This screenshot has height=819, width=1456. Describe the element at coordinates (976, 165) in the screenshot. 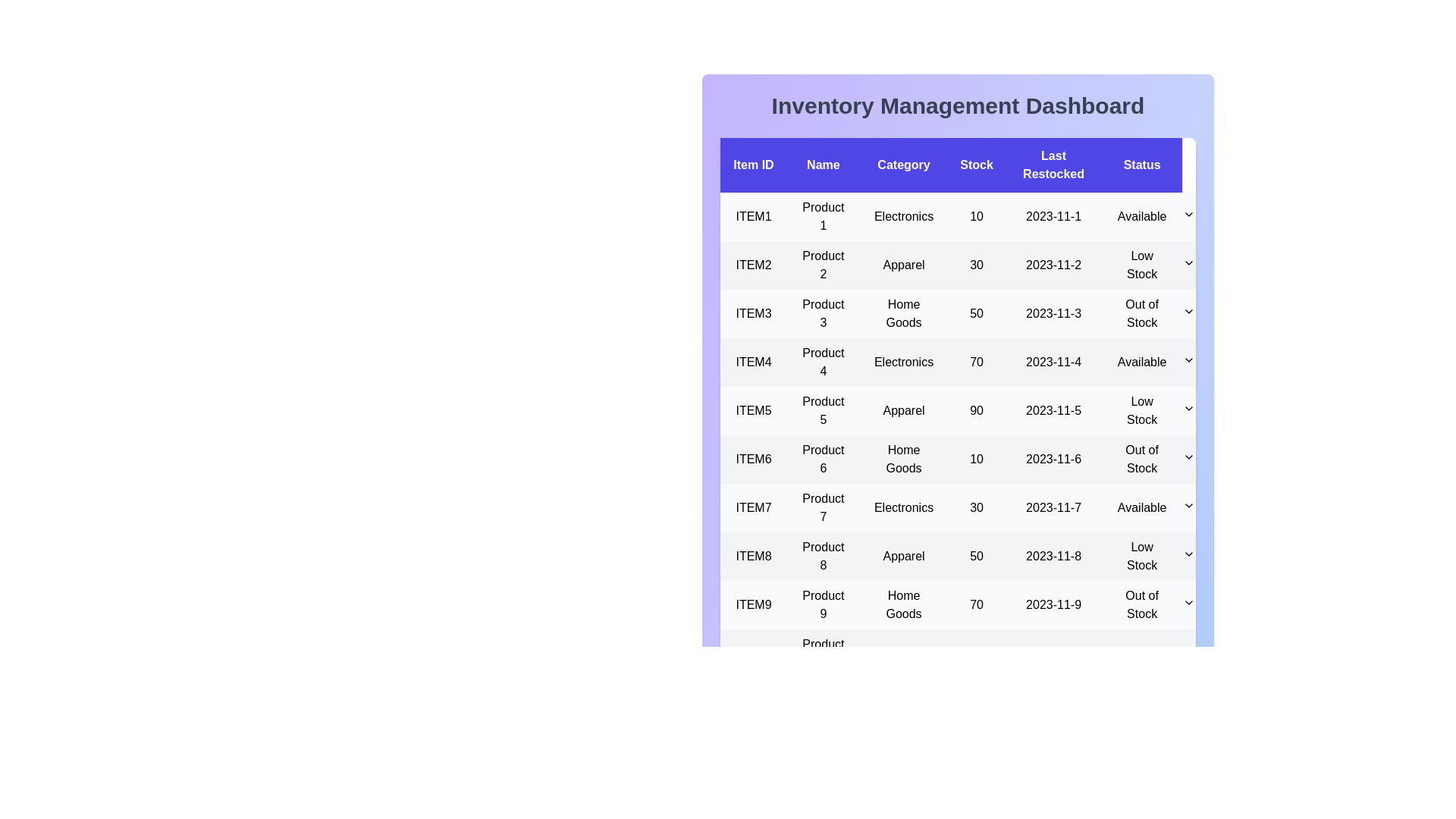

I see `the column header Stock to sort the data by that column` at that location.